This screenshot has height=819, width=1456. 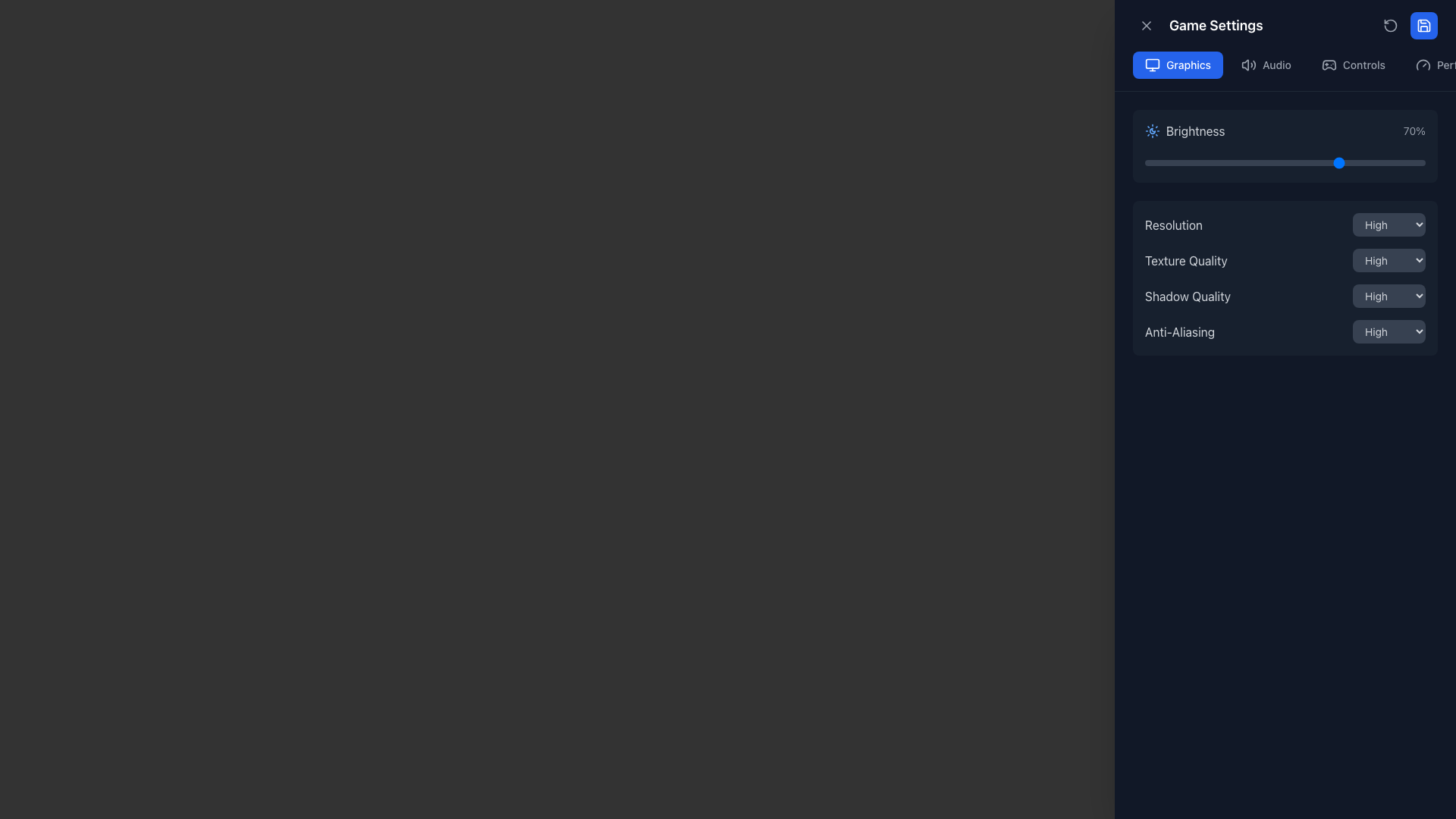 What do you see at coordinates (1284, 259) in the screenshot?
I see `the dropdown menu for adjusting the texture quality setting in the Game Settings panel` at bounding box center [1284, 259].